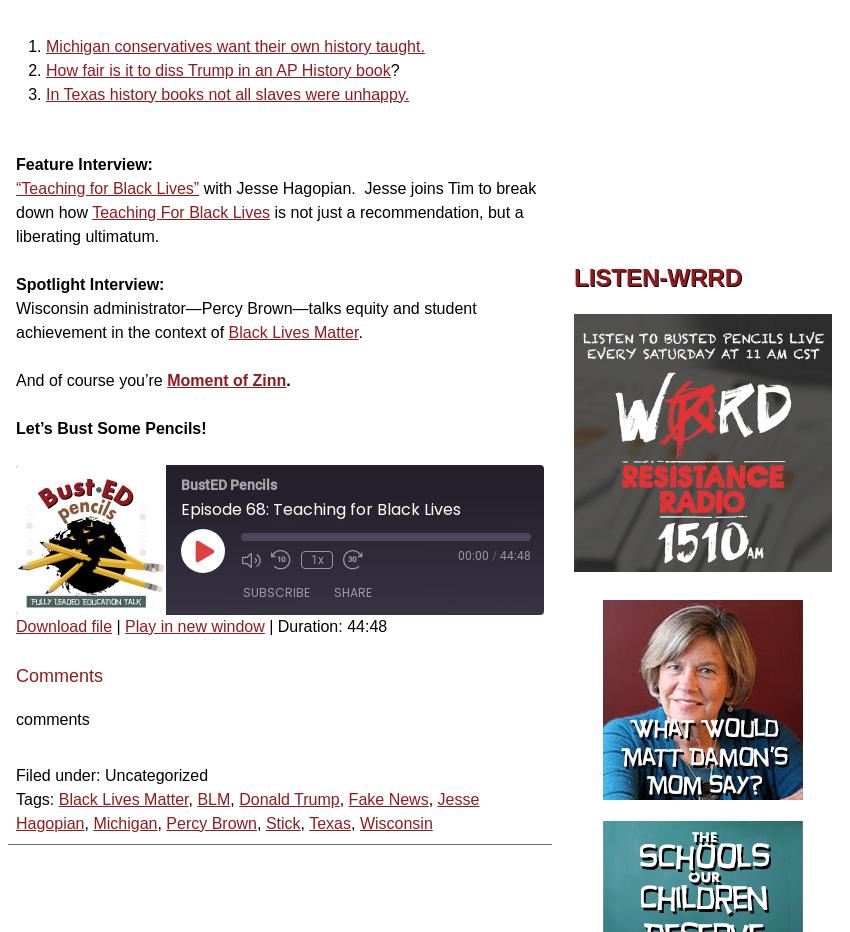 The width and height of the screenshot is (850, 932). I want to click on 'Tags:', so click(34, 798).